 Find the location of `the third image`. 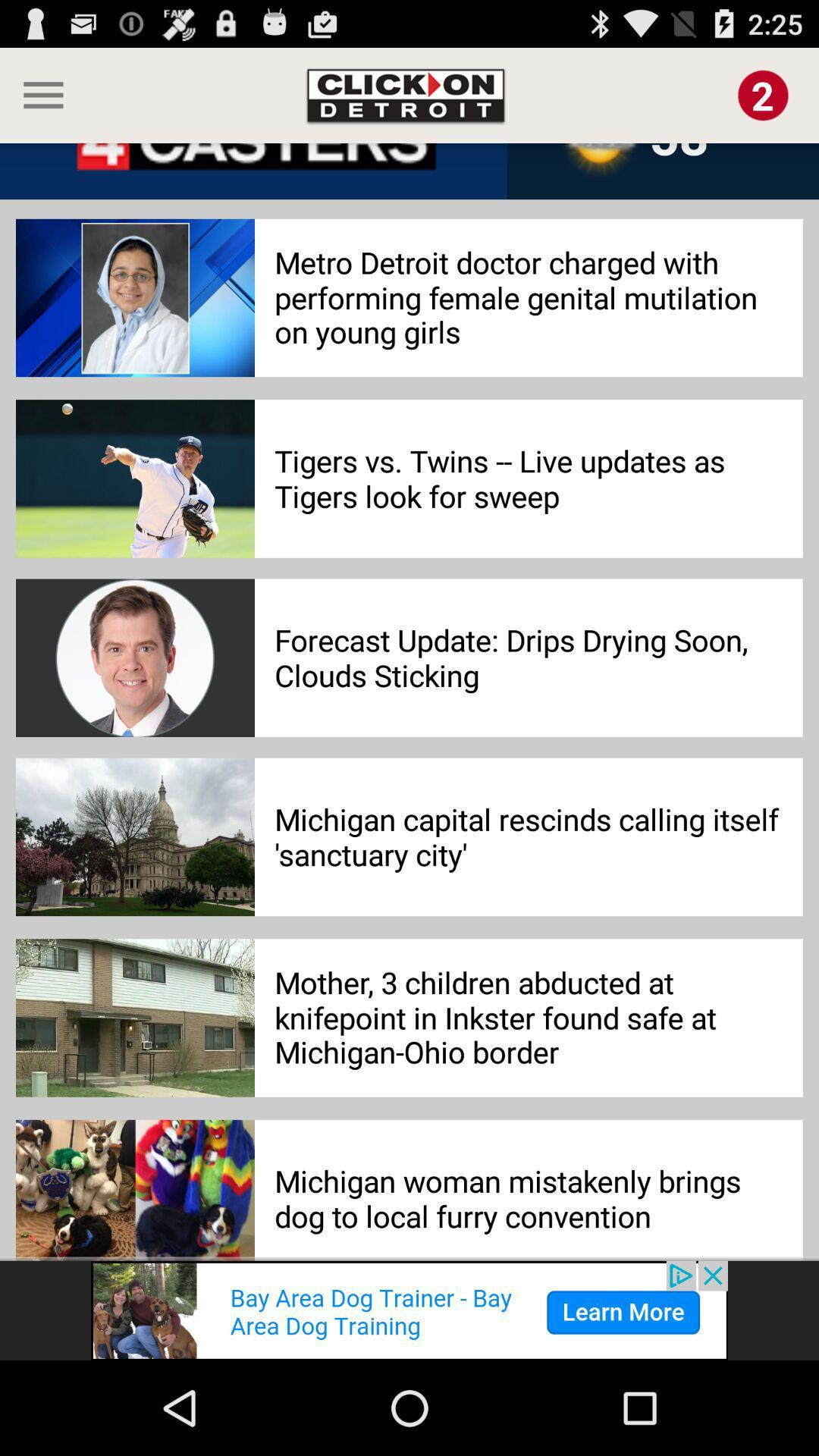

the third image is located at coordinates (134, 658).